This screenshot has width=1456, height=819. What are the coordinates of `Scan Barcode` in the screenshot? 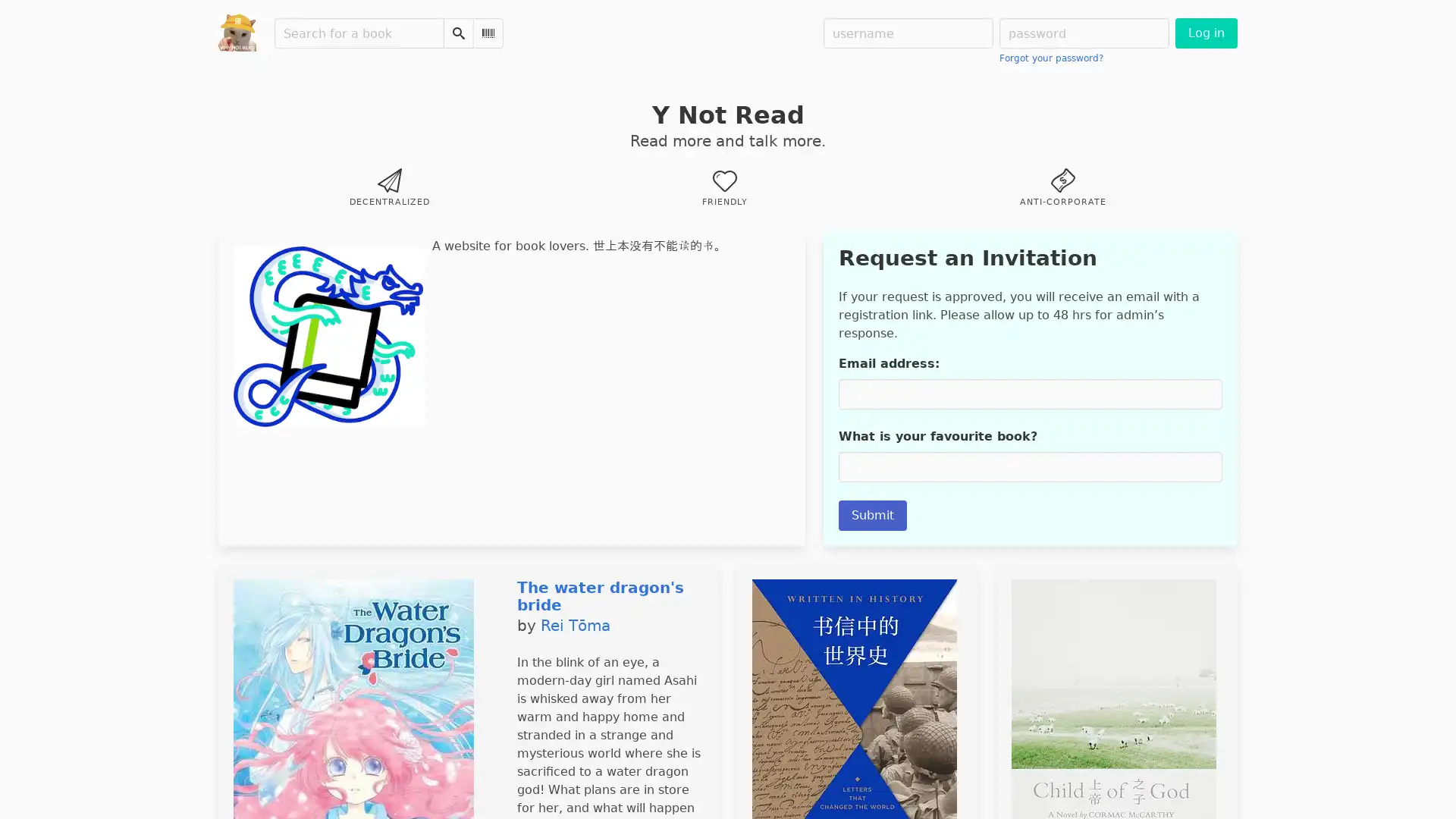 It's located at (488, 33).